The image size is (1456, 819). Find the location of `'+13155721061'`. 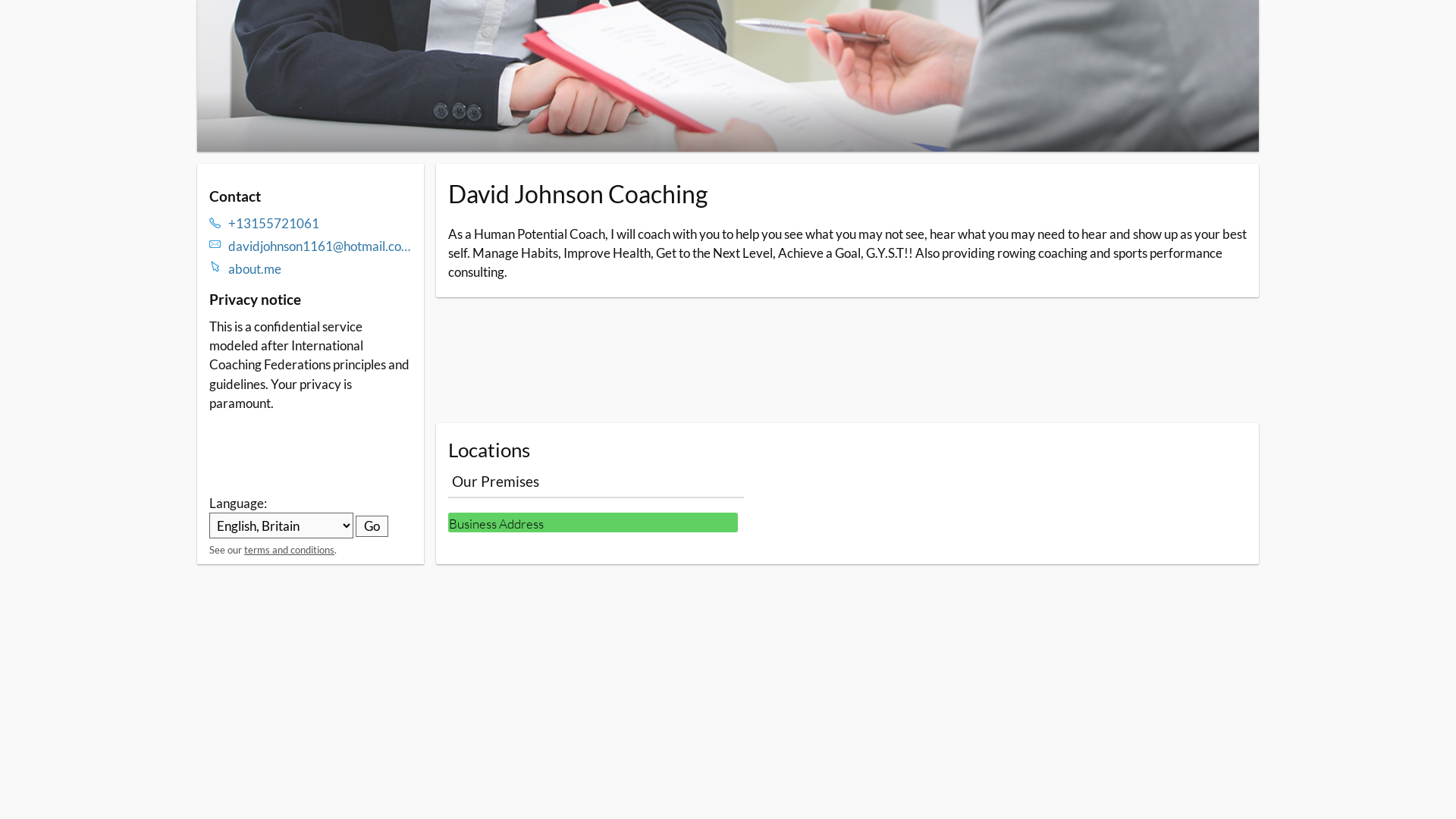

'+13155721061' is located at coordinates (319, 223).